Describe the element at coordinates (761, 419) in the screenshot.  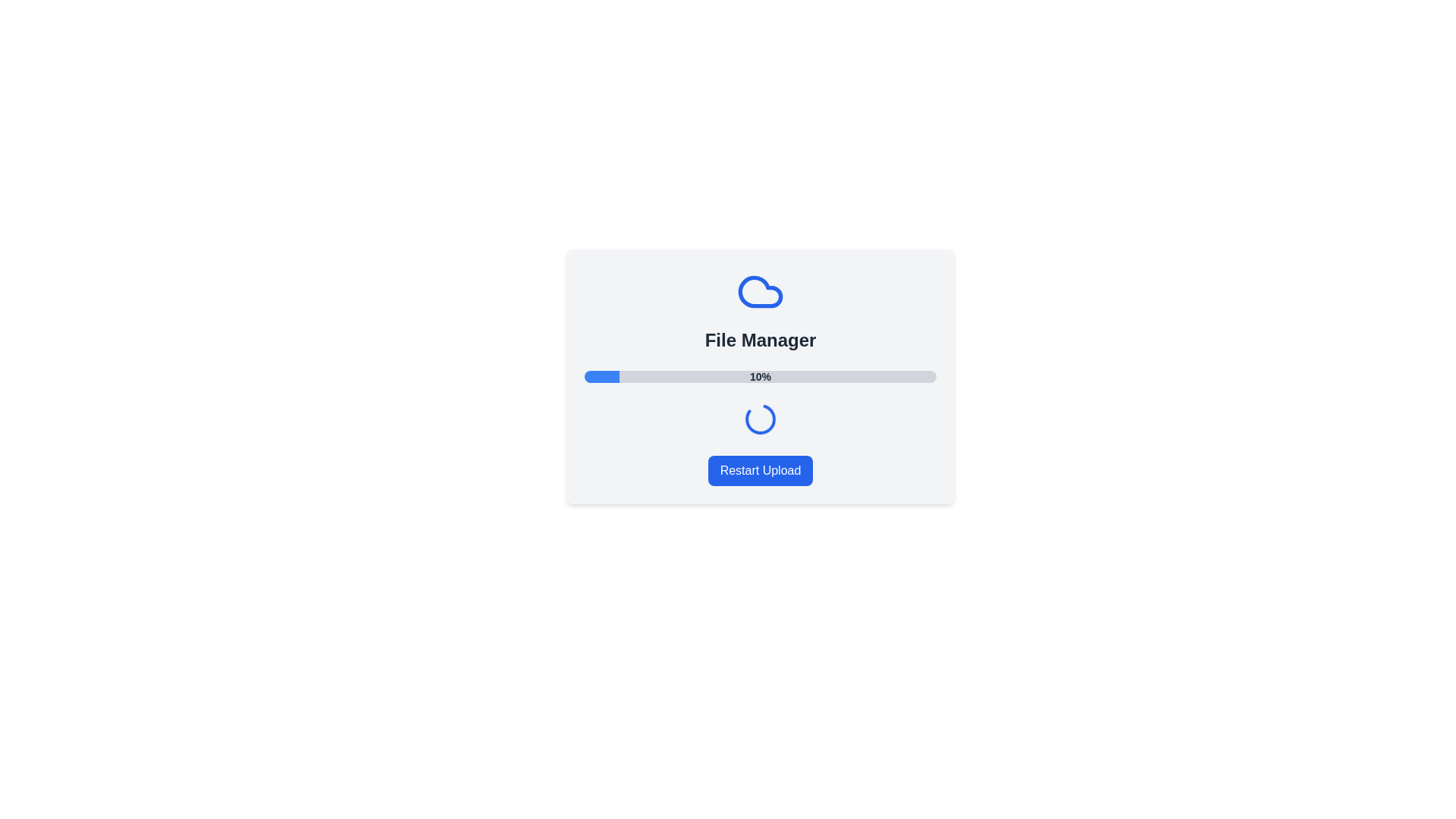
I see `the animation of the circular blue loading spinner located centrally beneath the progress bar within the card interface` at that location.